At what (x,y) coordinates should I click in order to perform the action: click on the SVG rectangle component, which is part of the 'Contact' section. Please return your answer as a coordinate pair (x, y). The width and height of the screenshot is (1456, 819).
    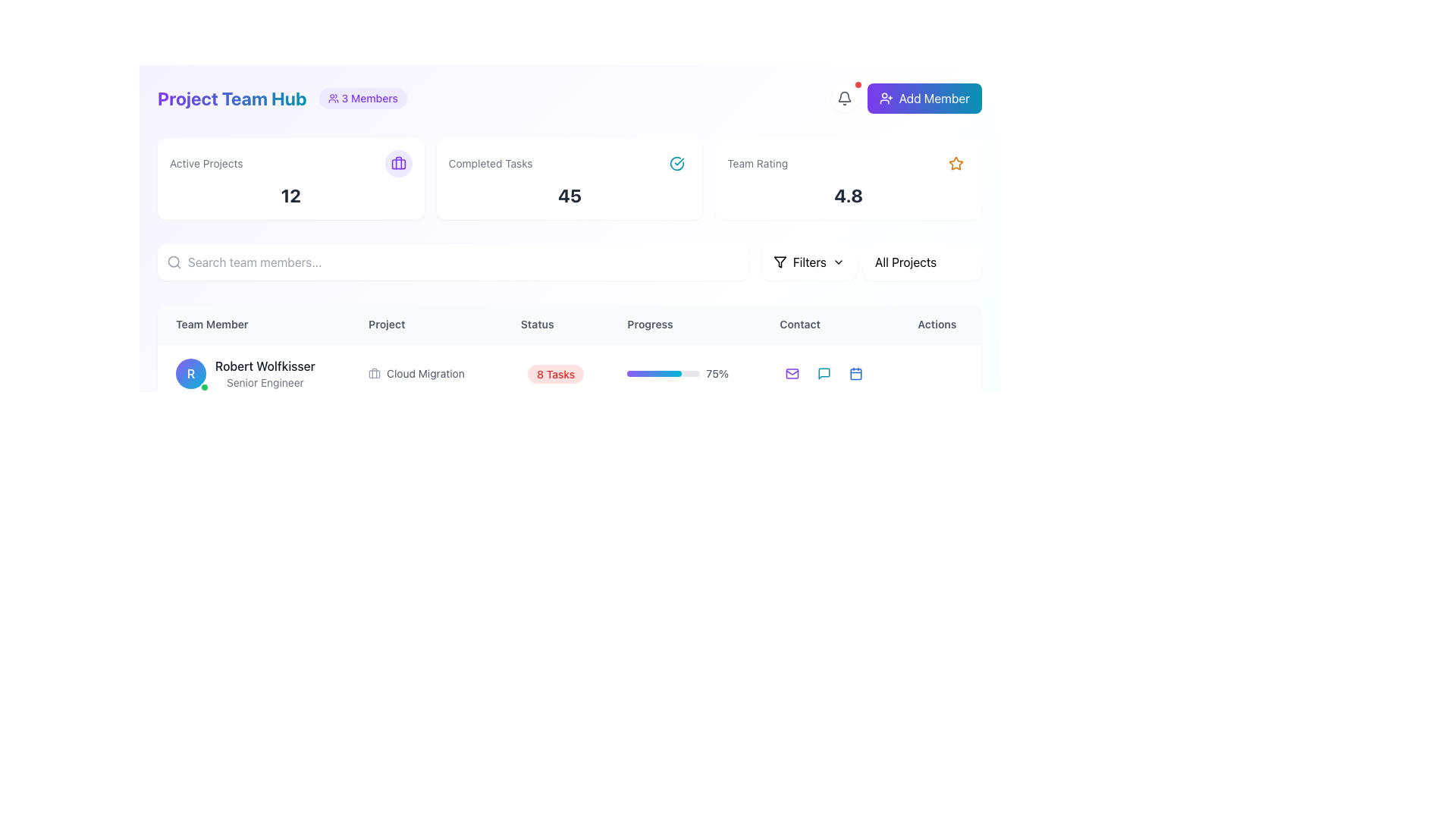
    Looking at the image, I should click on (792, 431).